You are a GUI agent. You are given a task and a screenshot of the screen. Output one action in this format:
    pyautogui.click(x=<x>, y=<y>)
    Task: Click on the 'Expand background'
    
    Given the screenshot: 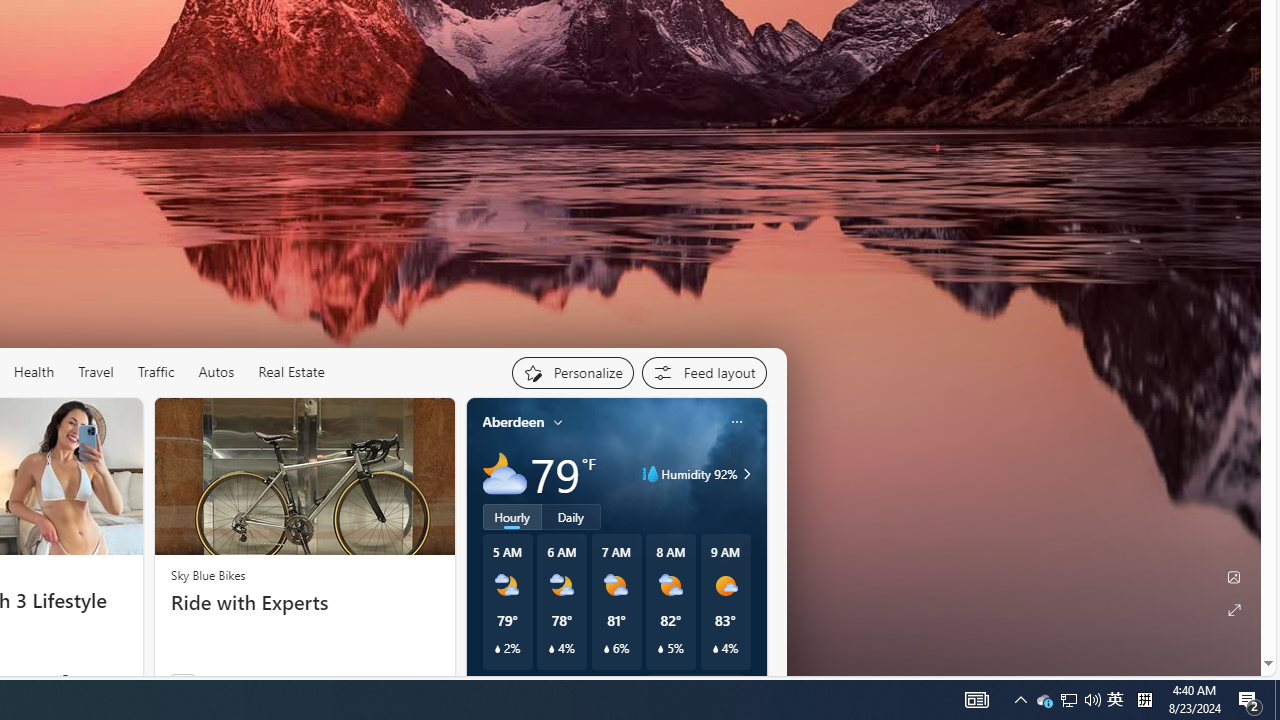 What is the action you would take?
    pyautogui.click(x=1232, y=609)
    